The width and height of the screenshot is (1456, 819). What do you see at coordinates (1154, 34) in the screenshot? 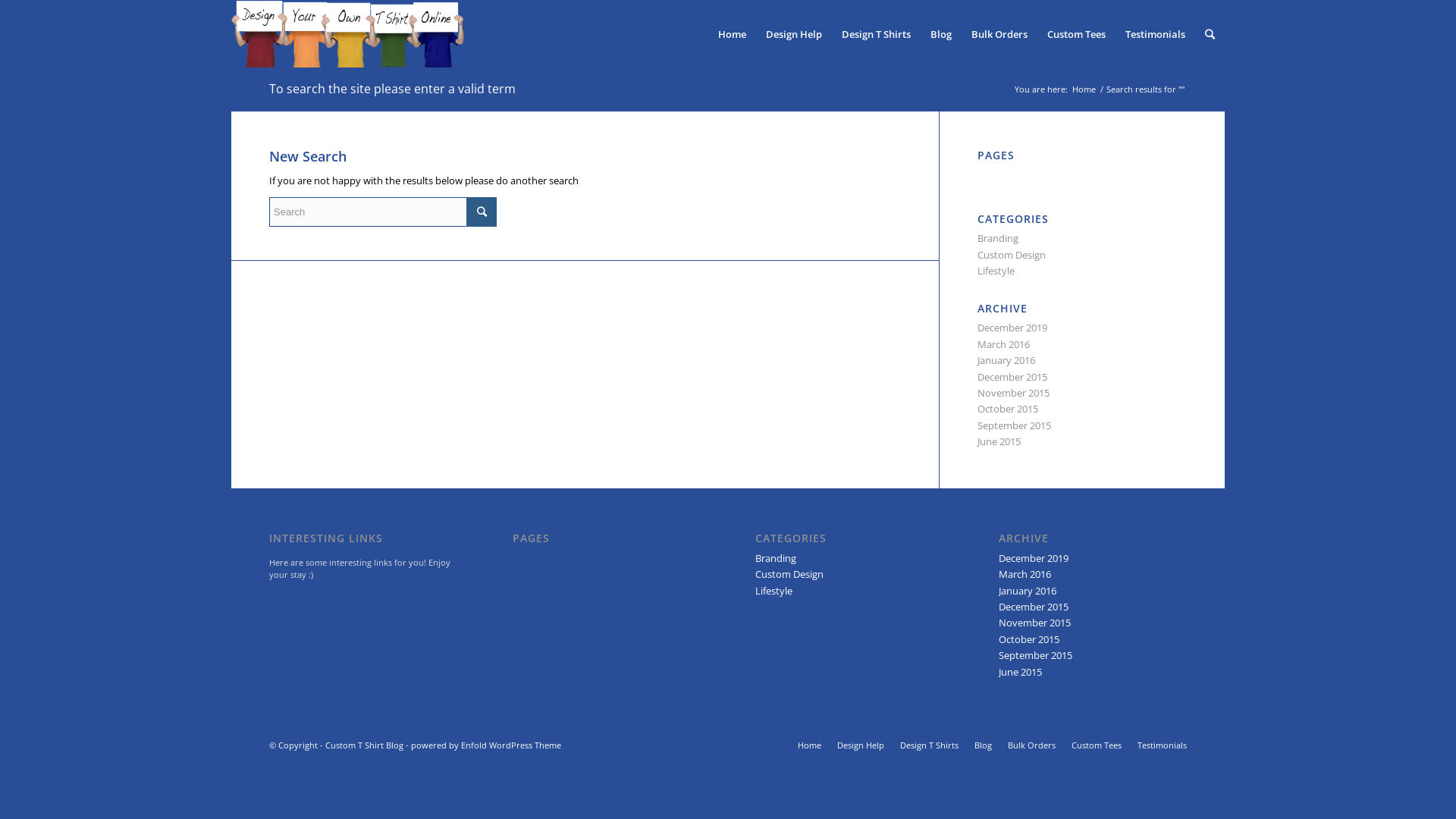
I see `'Testimonials'` at bounding box center [1154, 34].